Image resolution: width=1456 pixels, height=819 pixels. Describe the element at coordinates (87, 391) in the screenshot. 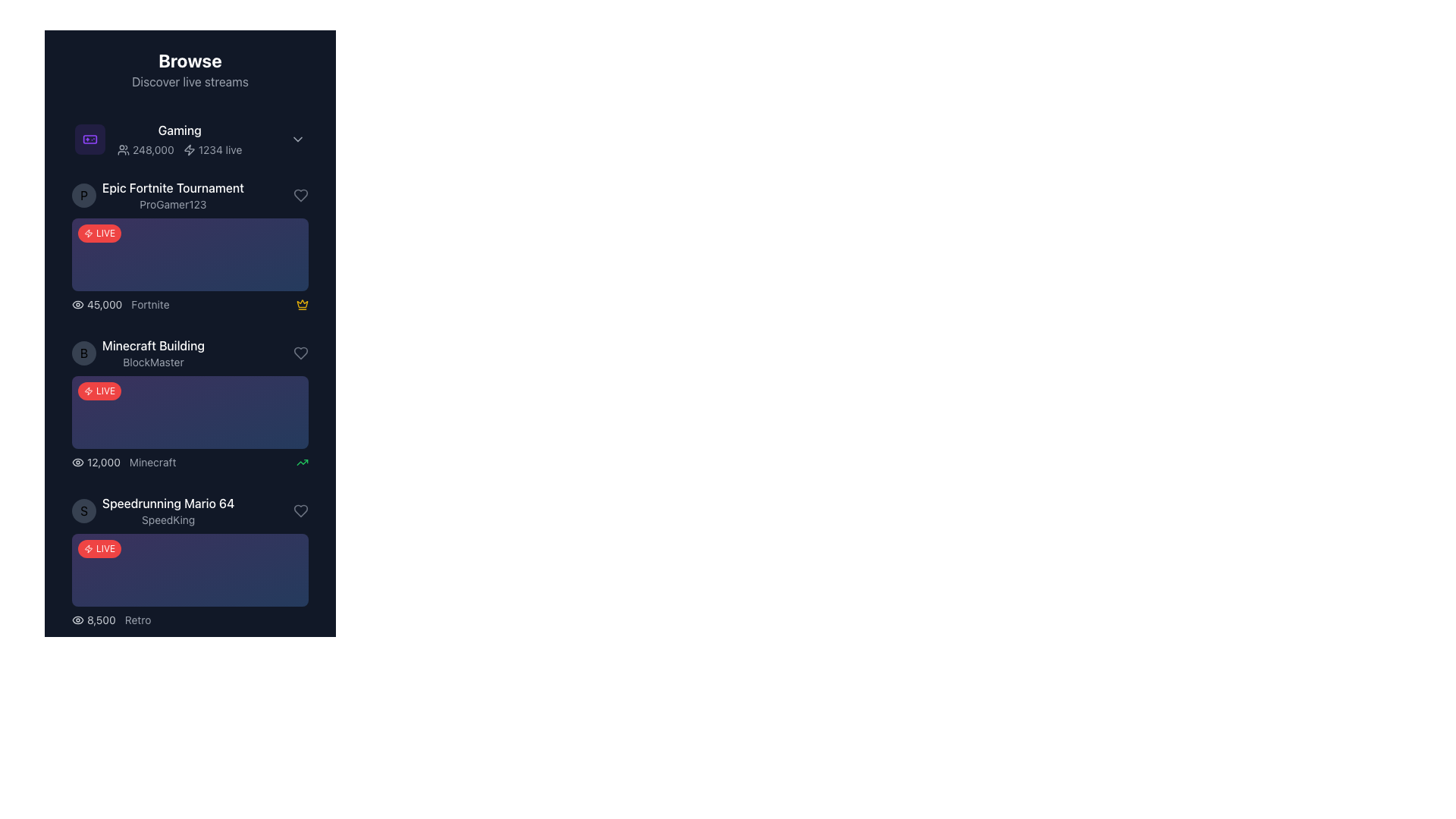

I see `the lightning bolt icon within the 'LIVE' badge, which is located near the left side of a card representing a live streaming session` at that location.